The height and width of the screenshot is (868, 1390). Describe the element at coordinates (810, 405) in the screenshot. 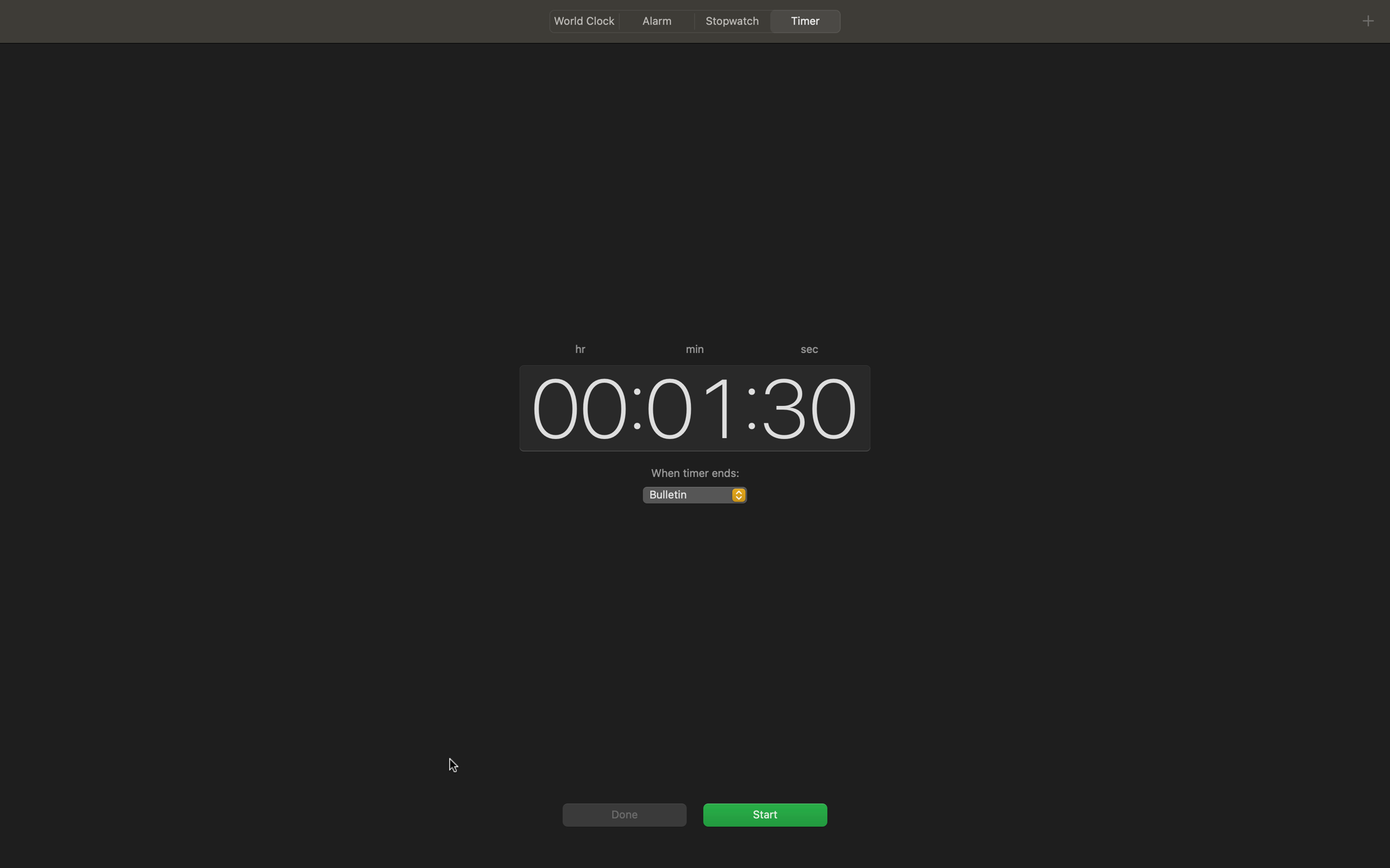

I see `Reset the seconds to zero` at that location.